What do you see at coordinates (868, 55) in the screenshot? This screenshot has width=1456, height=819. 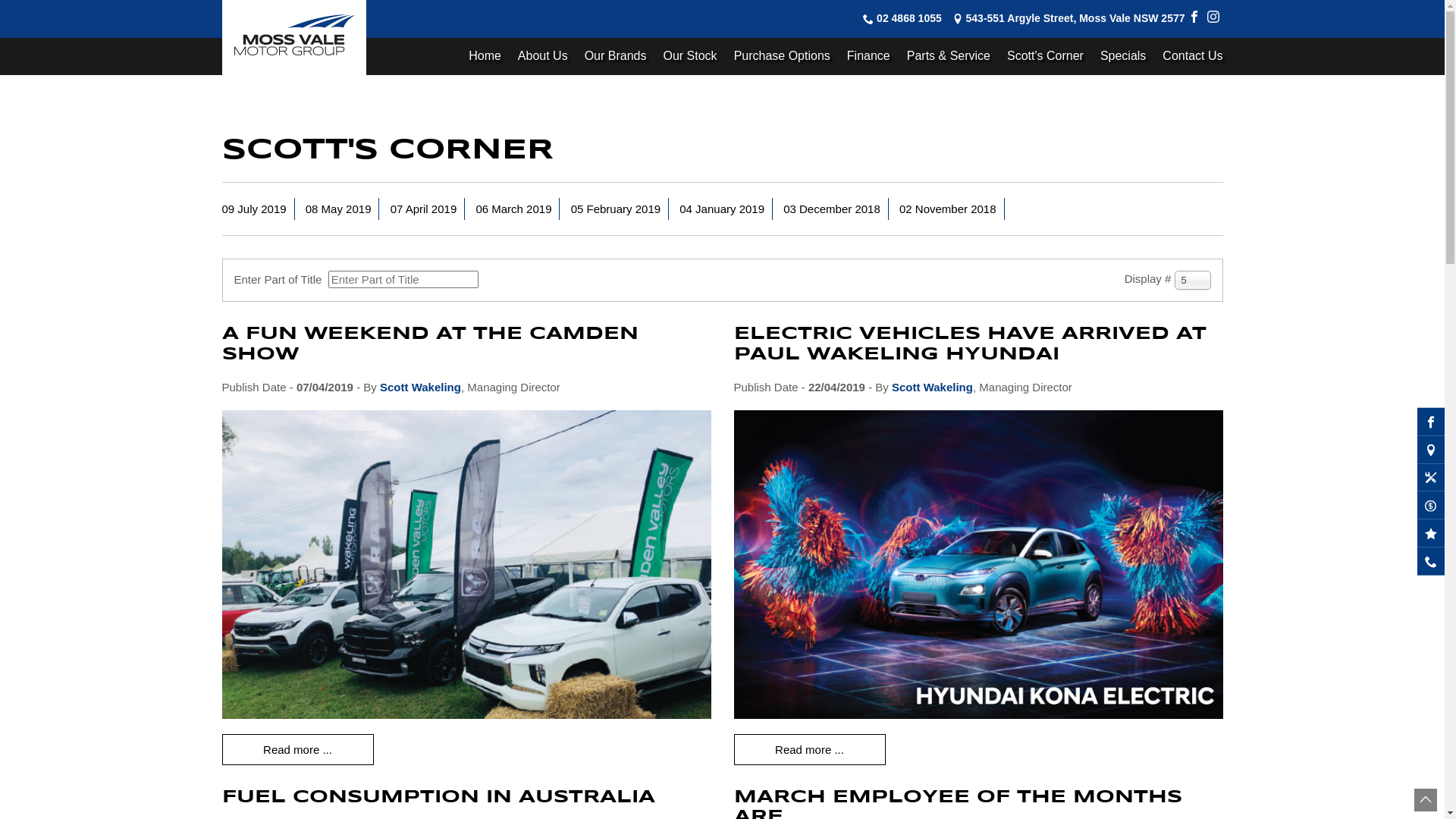 I see `'Finance'` at bounding box center [868, 55].